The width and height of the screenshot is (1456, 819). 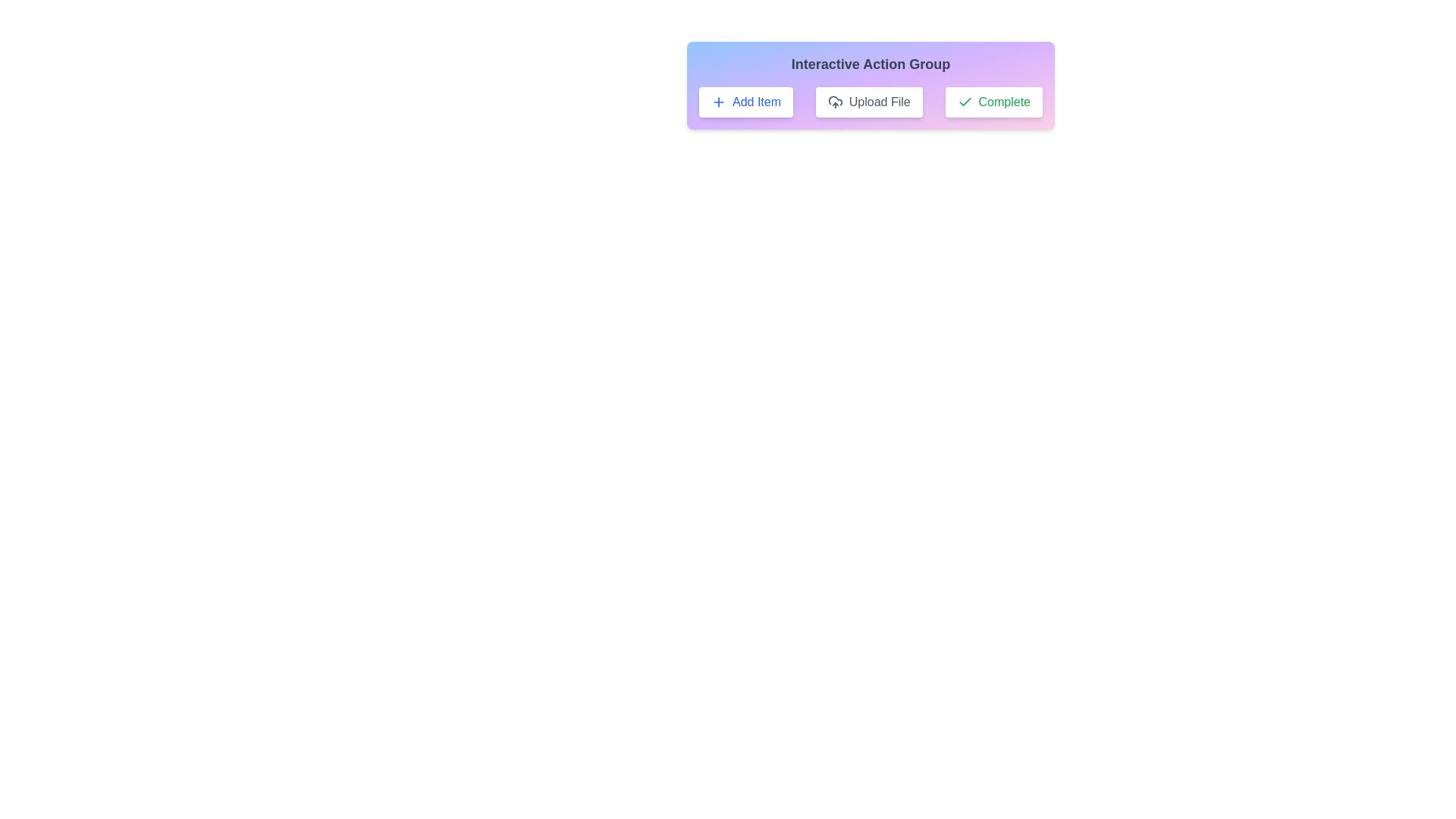 I want to click on the plus (+) icon within the 'Add Item' button located at the top left of the 'Interactive Action Group', so click(x=718, y=102).